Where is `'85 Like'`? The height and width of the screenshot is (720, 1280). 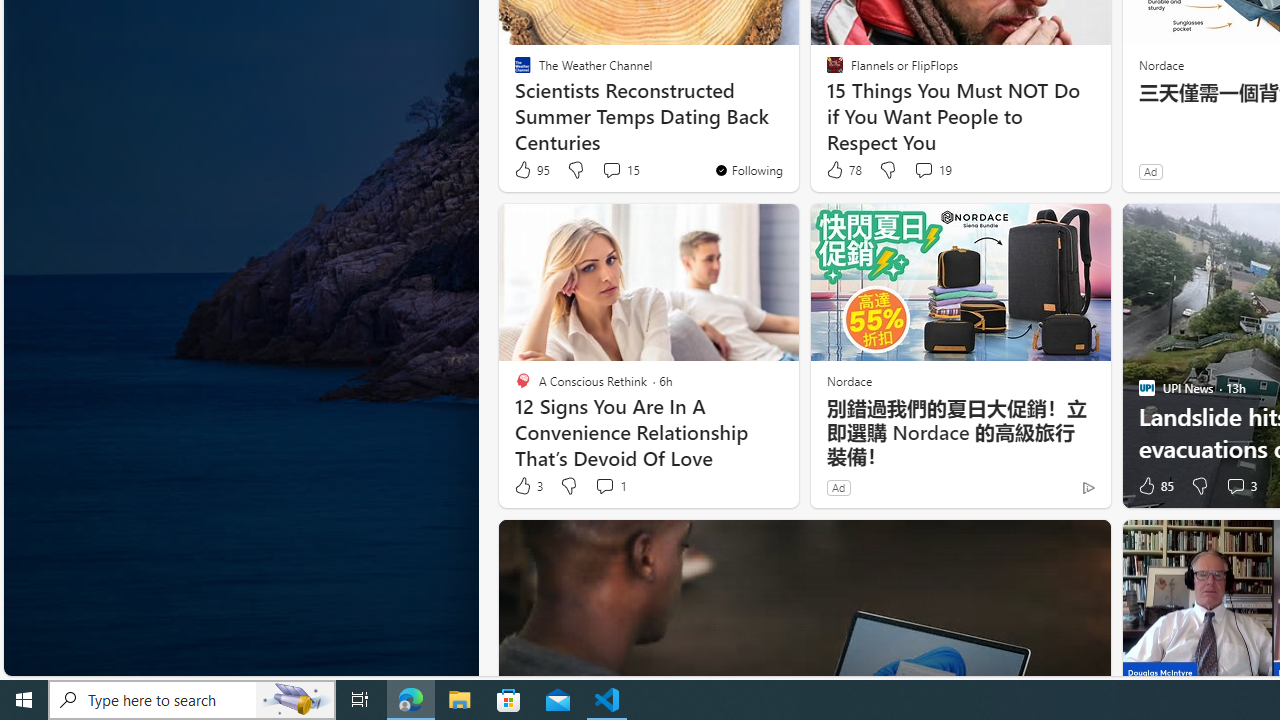 '85 Like' is located at coordinates (1154, 486).